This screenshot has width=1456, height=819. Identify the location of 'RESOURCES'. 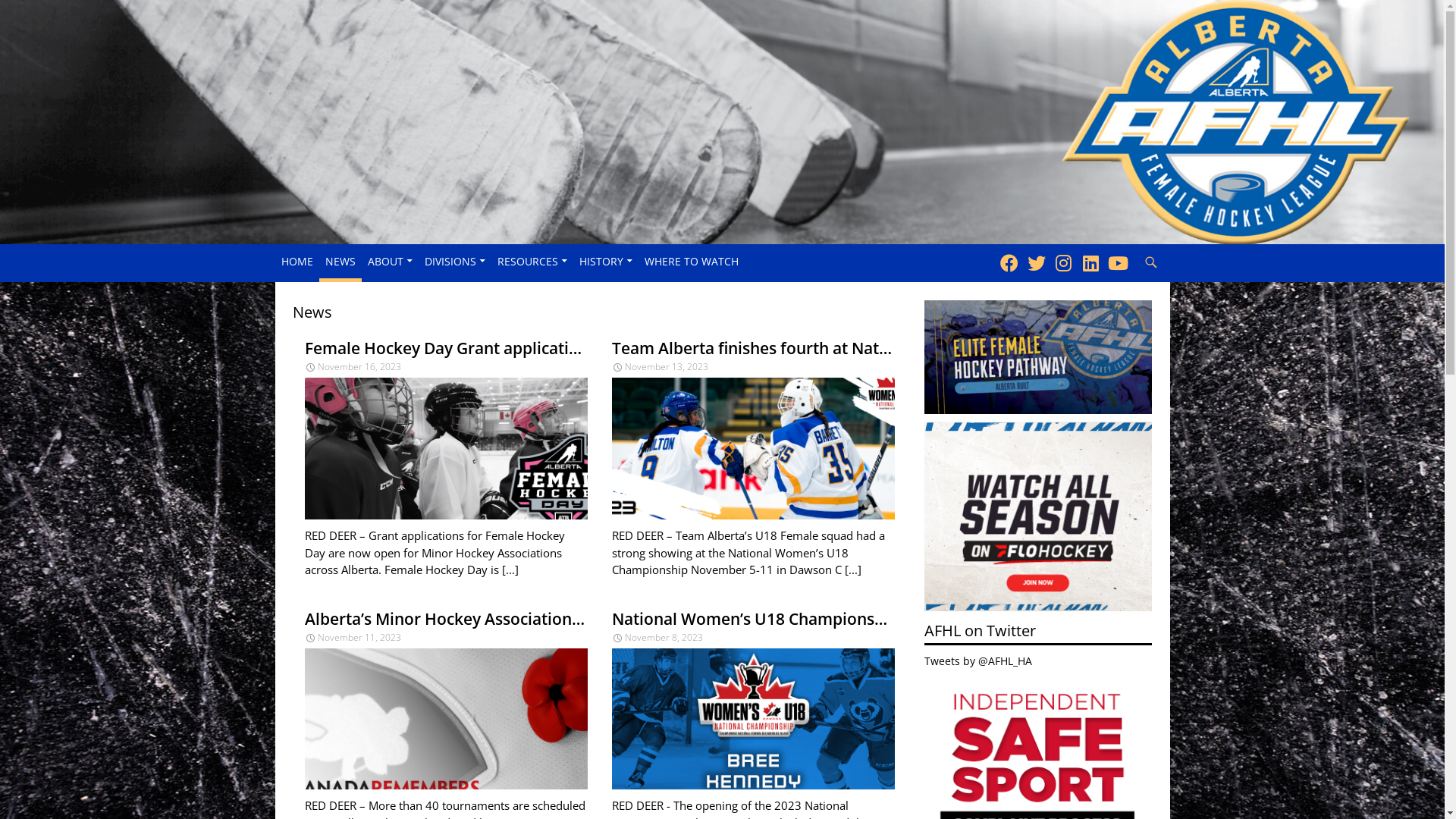
(532, 260).